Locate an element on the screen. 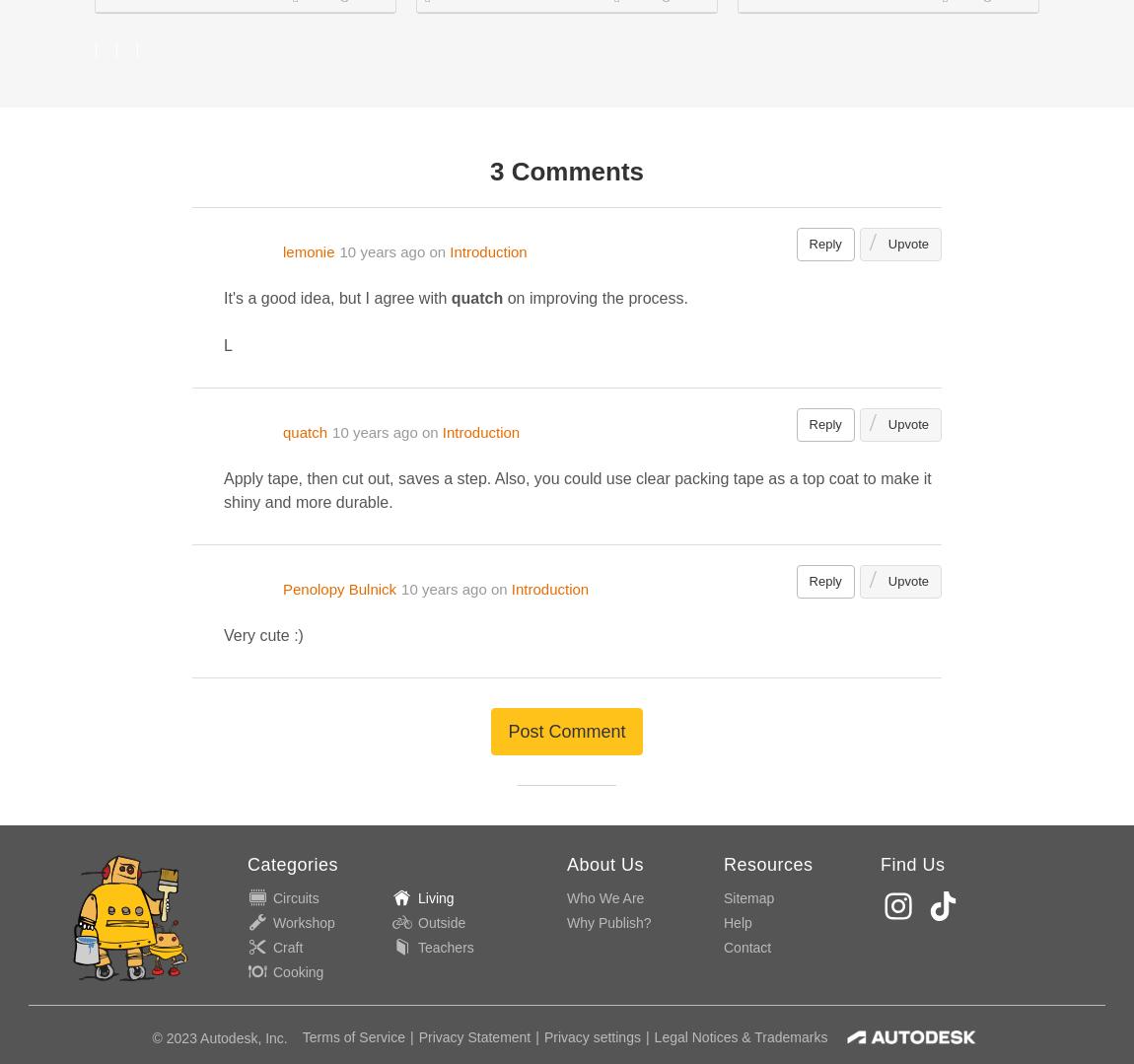 The height and width of the screenshot is (1064, 1134). 'Privacy settings' is located at coordinates (590, 1036).